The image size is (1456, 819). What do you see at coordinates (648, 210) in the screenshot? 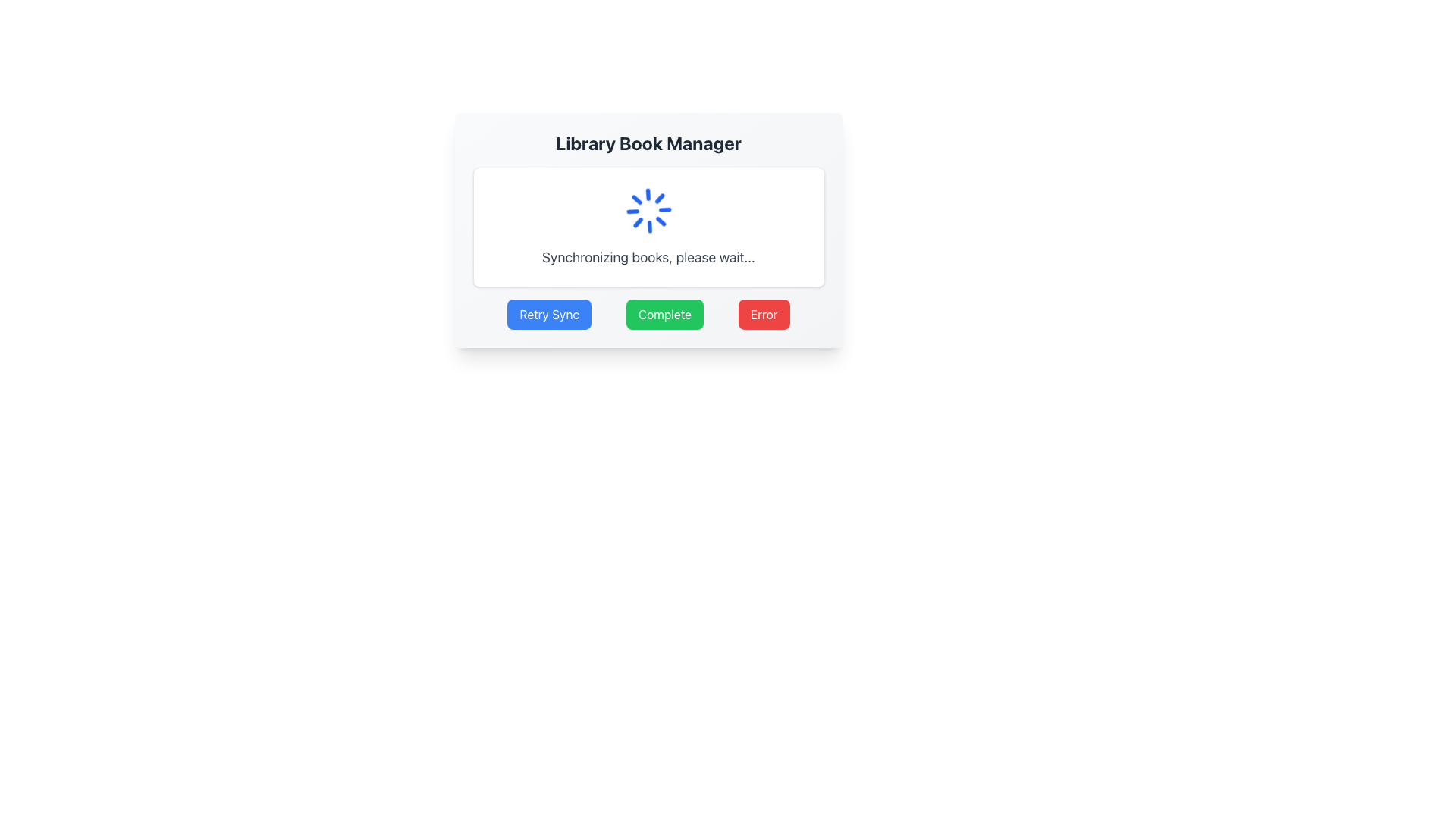
I see `the loading spinner graphic located at the center of the card, which consists of a circular arrangement of blue lines and is positioned above the text 'Synchronizing books, please wait...'` at bounding box center [648, 210].